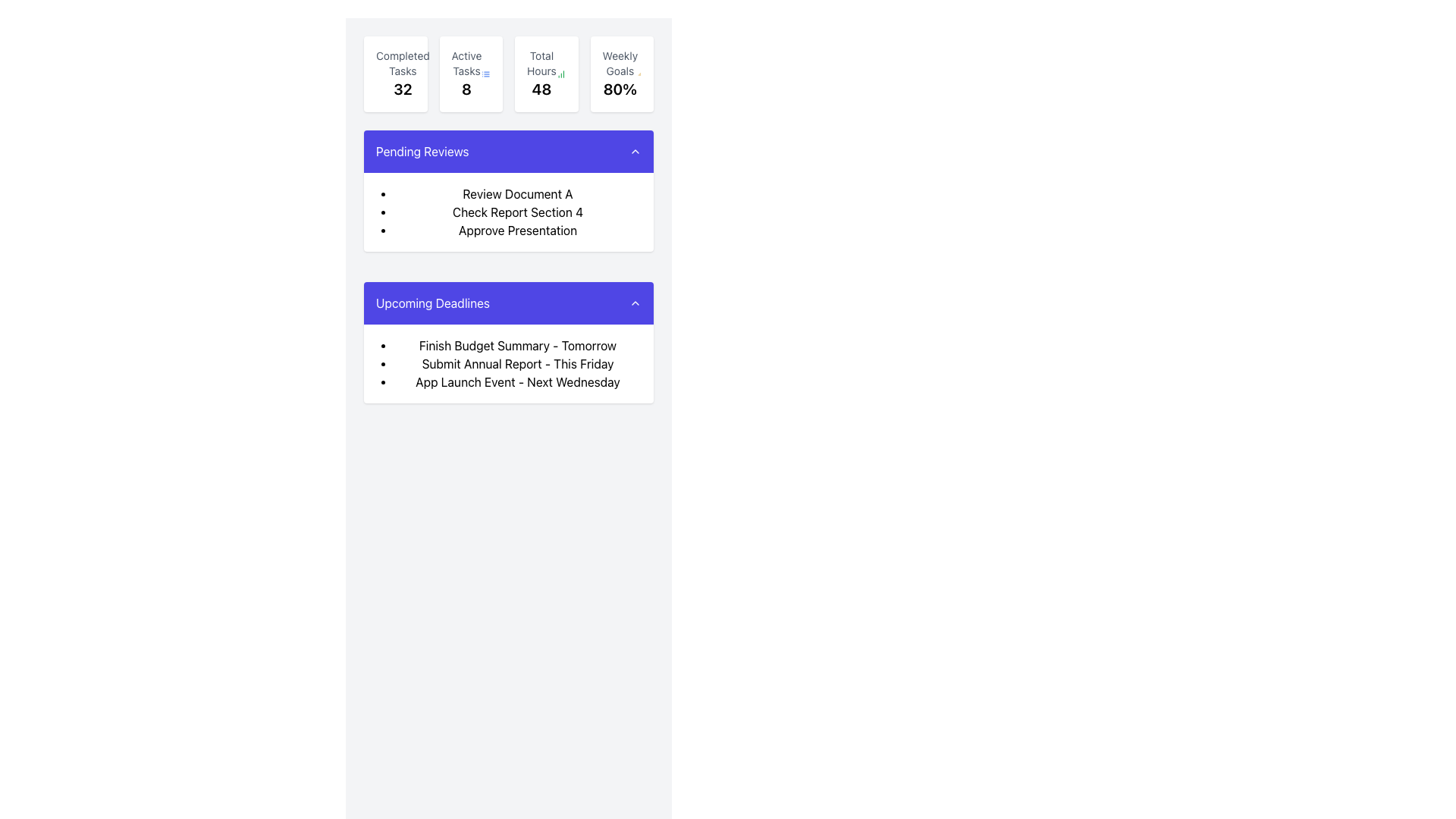 The image size is (1456, 819). What do you see at coordinates (403, 63) in the screenshot?
I see `the 'Completed Tasks' label located at the top-left of the statistics section, which describes the number of completed tasks` at bounding box center [403, 63].